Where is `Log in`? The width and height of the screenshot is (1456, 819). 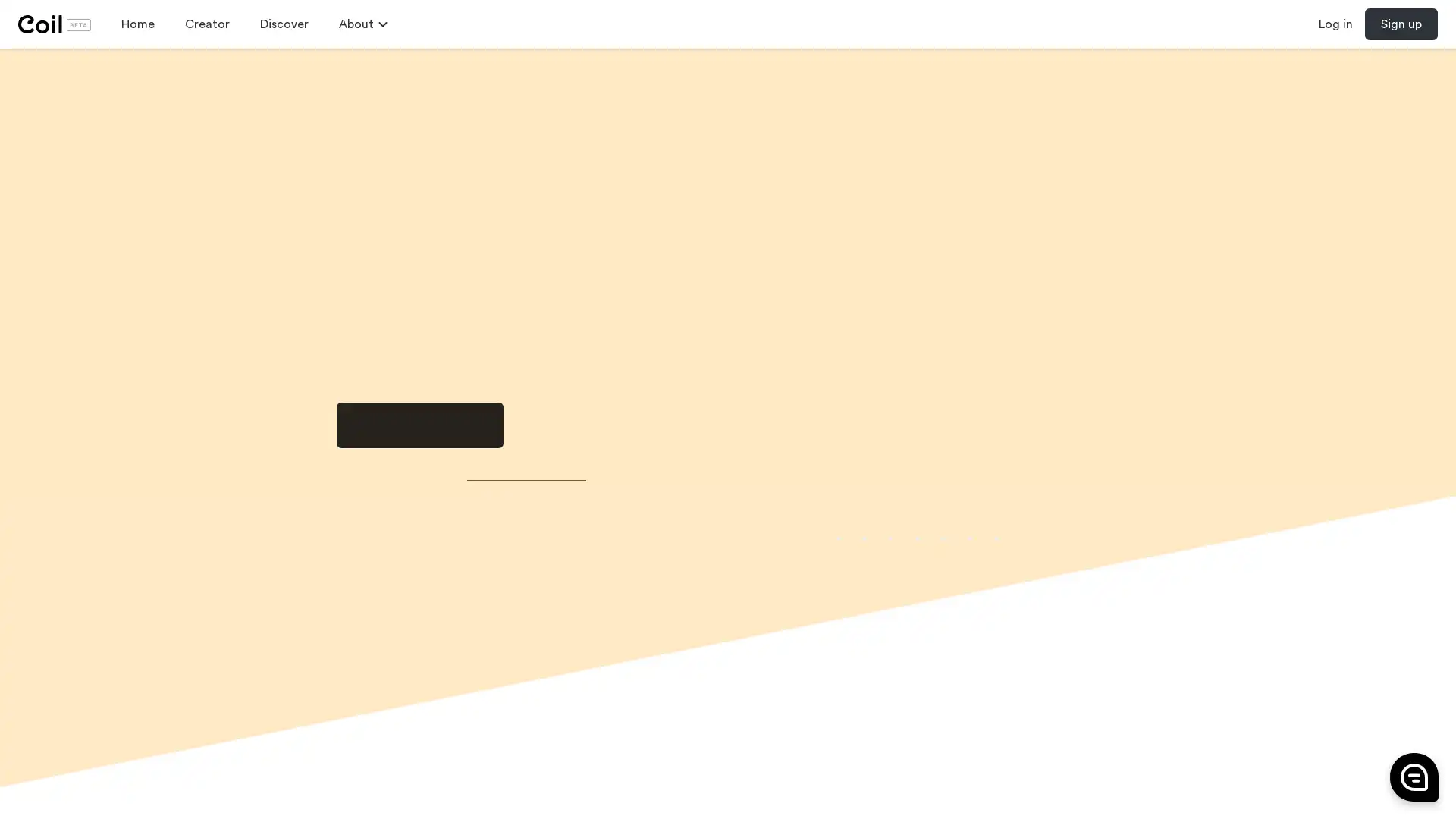
Log in is located at coordinates (1335, 24).